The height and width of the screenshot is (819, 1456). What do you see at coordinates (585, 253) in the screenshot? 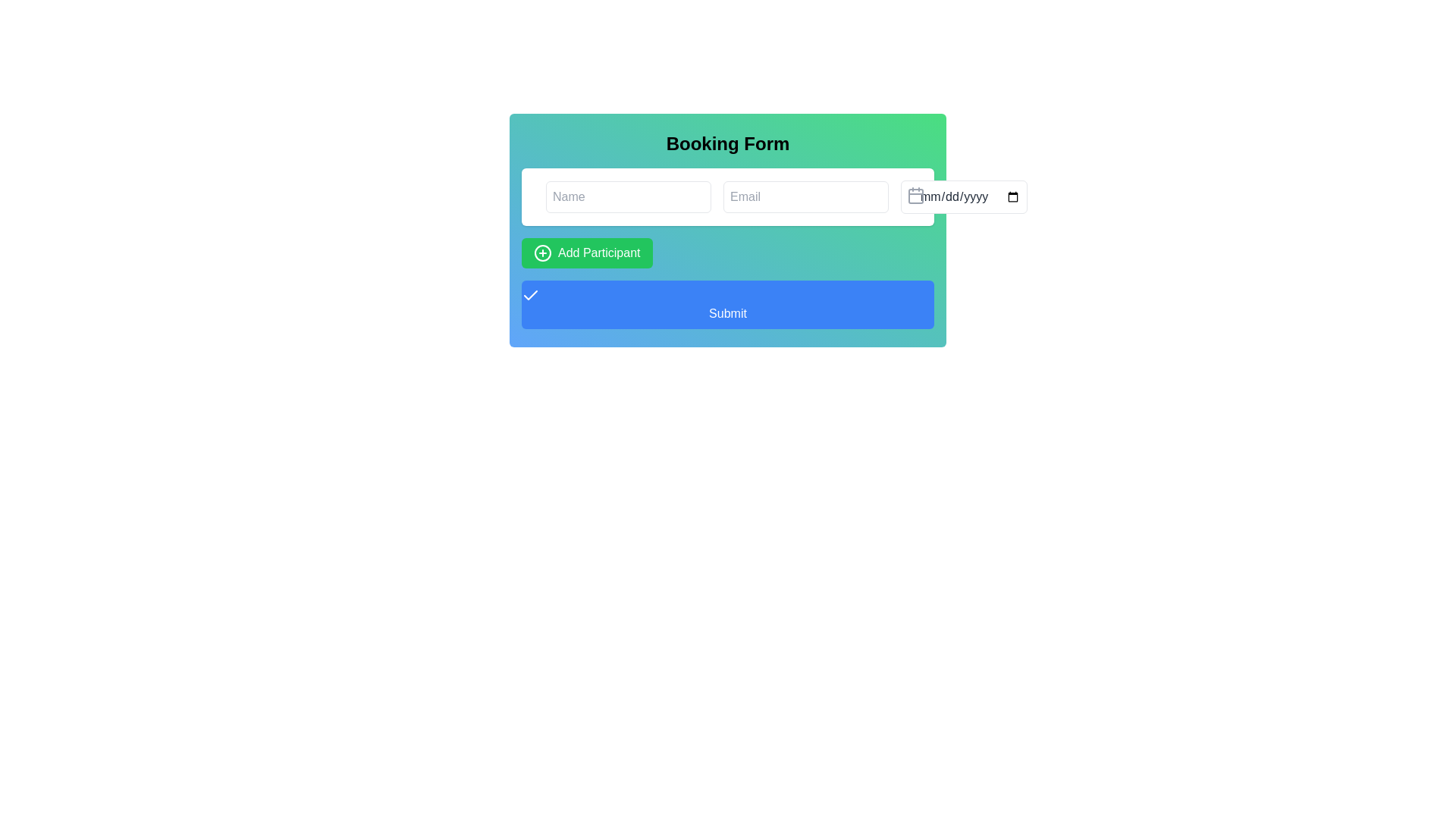
I see `the button located below the 'Name' and 'Email' input fields in the 'Booking Form' interface` at bounding box center [585, 253].